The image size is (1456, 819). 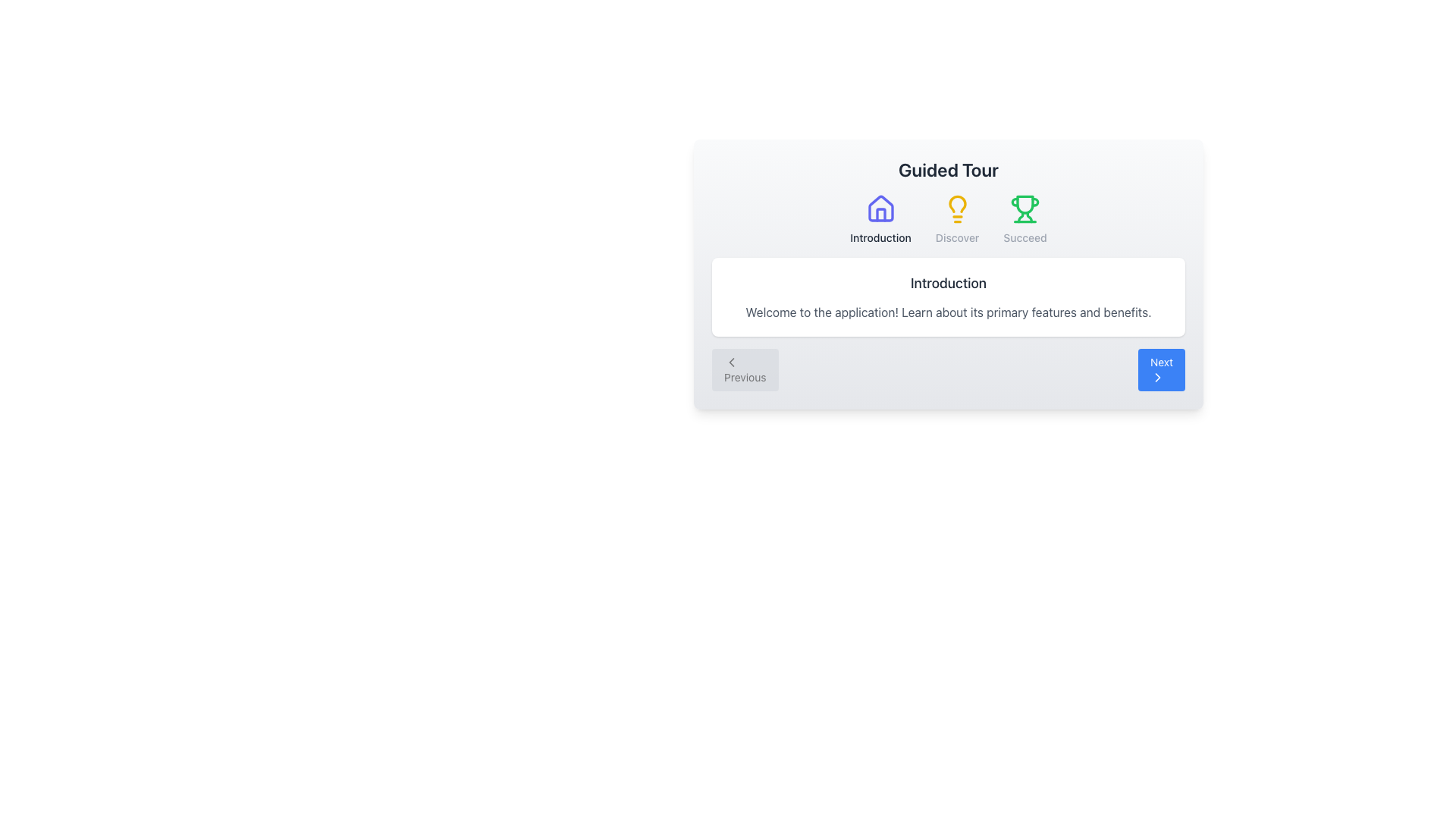 What do you see at coordinates (1156, 376) in the screenshot?
I see `the right-pointing chevron icon inside the 'Next' button` at bounding box center [1156, 376].